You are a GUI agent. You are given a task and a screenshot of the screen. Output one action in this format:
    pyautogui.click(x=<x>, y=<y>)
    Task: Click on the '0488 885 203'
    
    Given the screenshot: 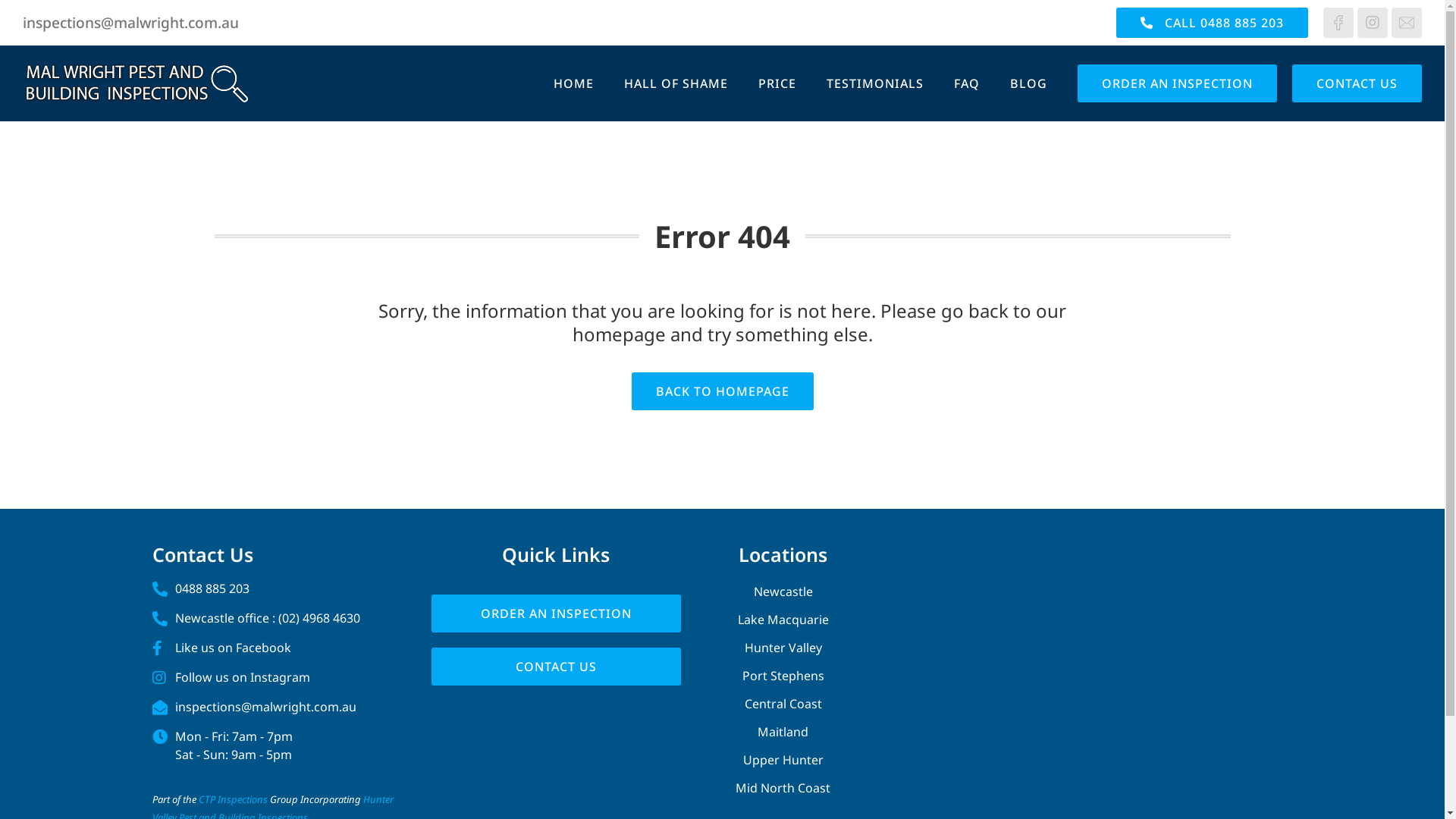 What is the action you would take?
    pyautogui.click(x=152, y=587)
    